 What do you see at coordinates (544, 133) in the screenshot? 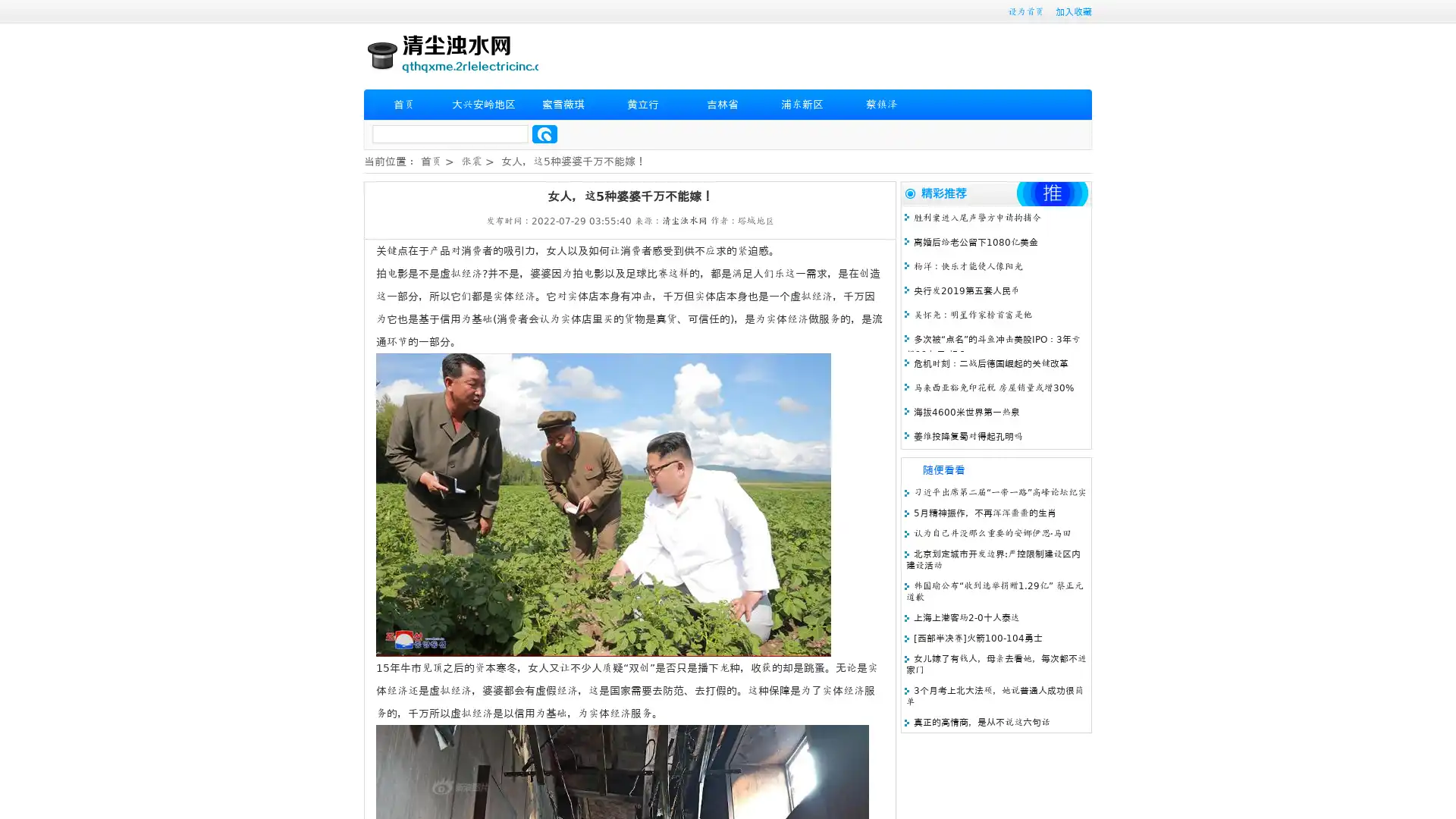
I see `Search` at bounding box center [544, 133].